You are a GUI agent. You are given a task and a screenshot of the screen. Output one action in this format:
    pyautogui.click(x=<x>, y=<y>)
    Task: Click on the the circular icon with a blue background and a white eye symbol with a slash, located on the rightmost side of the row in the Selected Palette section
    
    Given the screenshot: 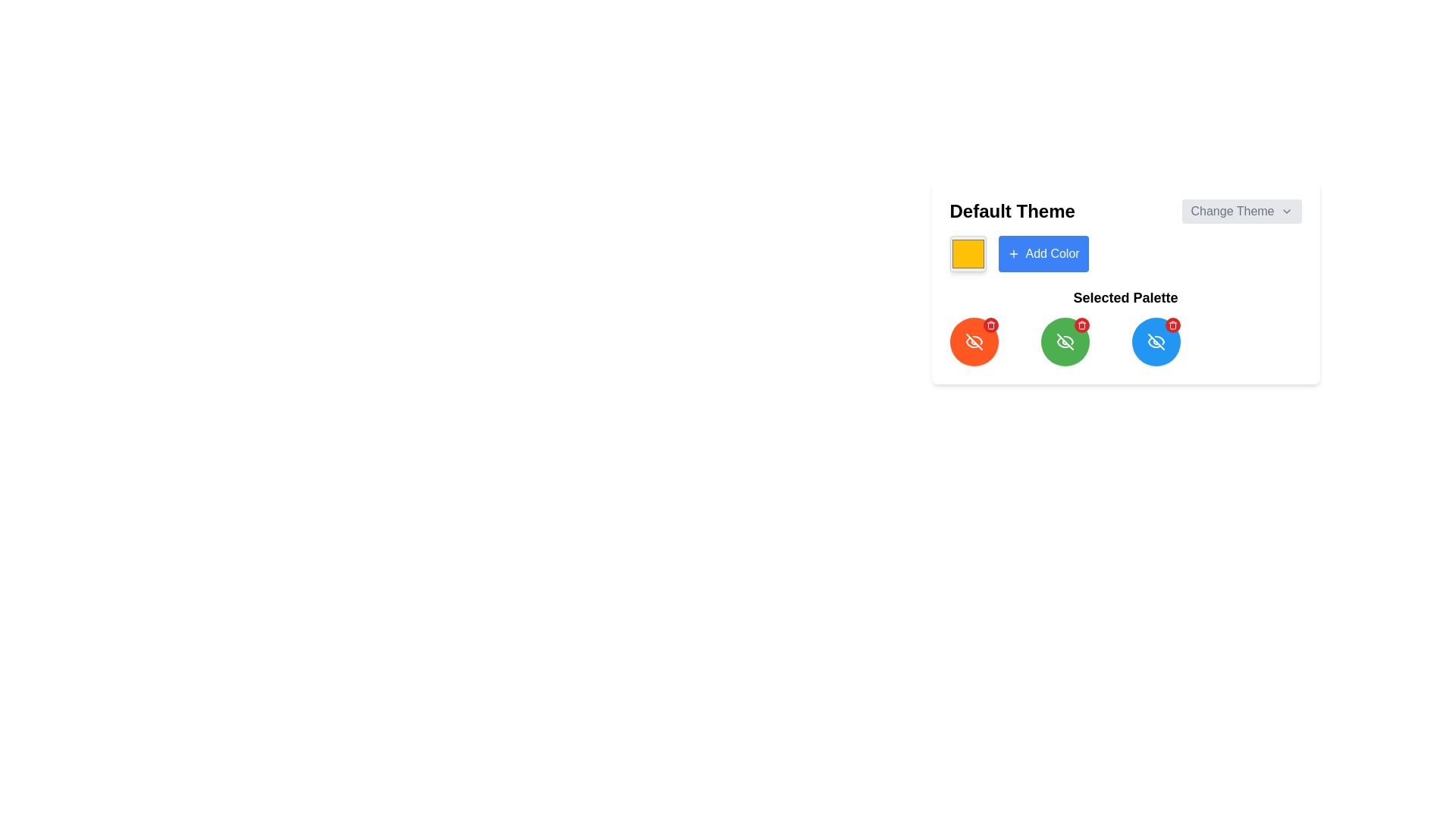 What is the action you would take?
    pyautogui.click(x=1155, y=342)
    